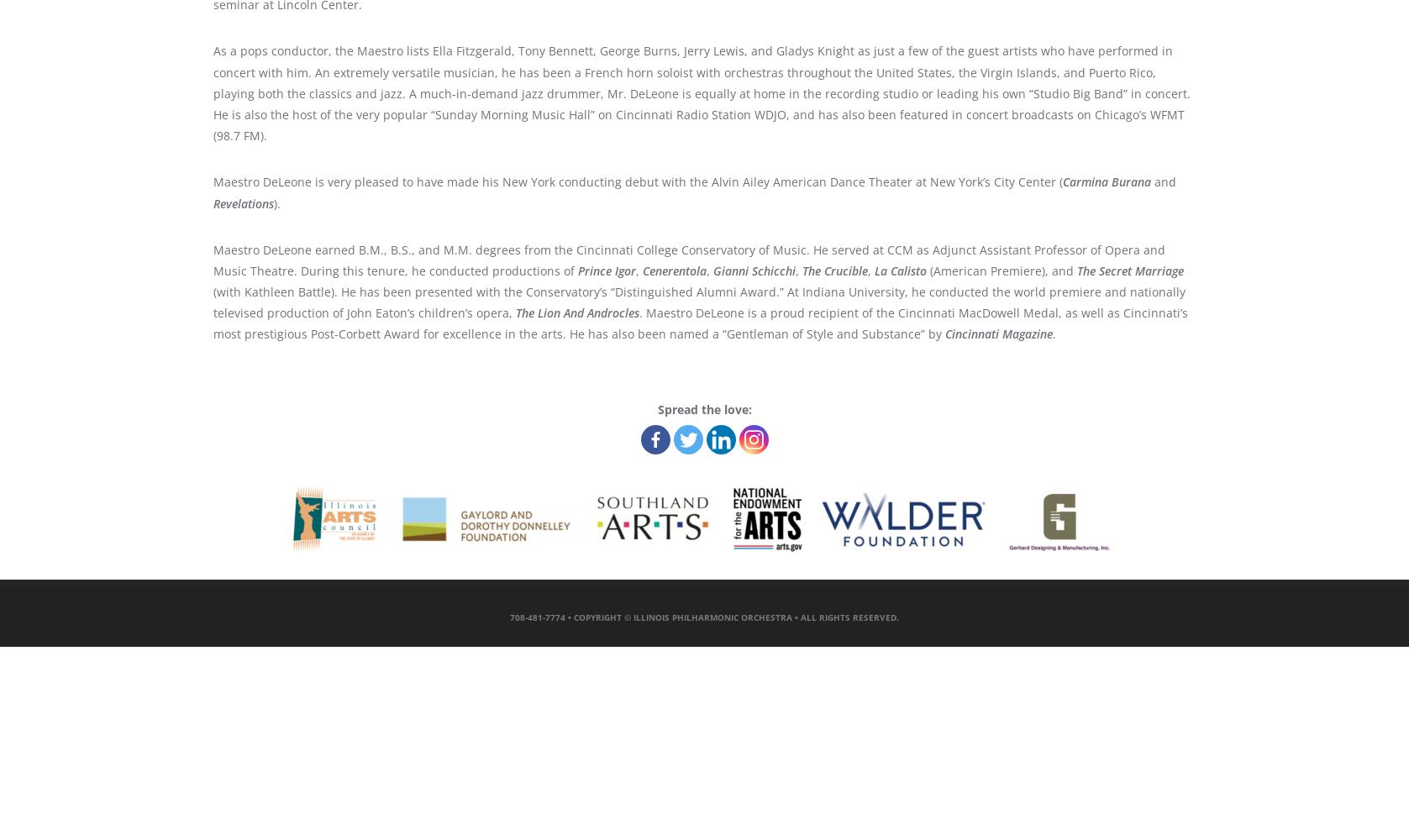 The height and width of the screenshot is (840, 1409). Describe the element at coordinates (997, 333) in the screenshot. I see `'Cincinnati Magazine'` at that location.